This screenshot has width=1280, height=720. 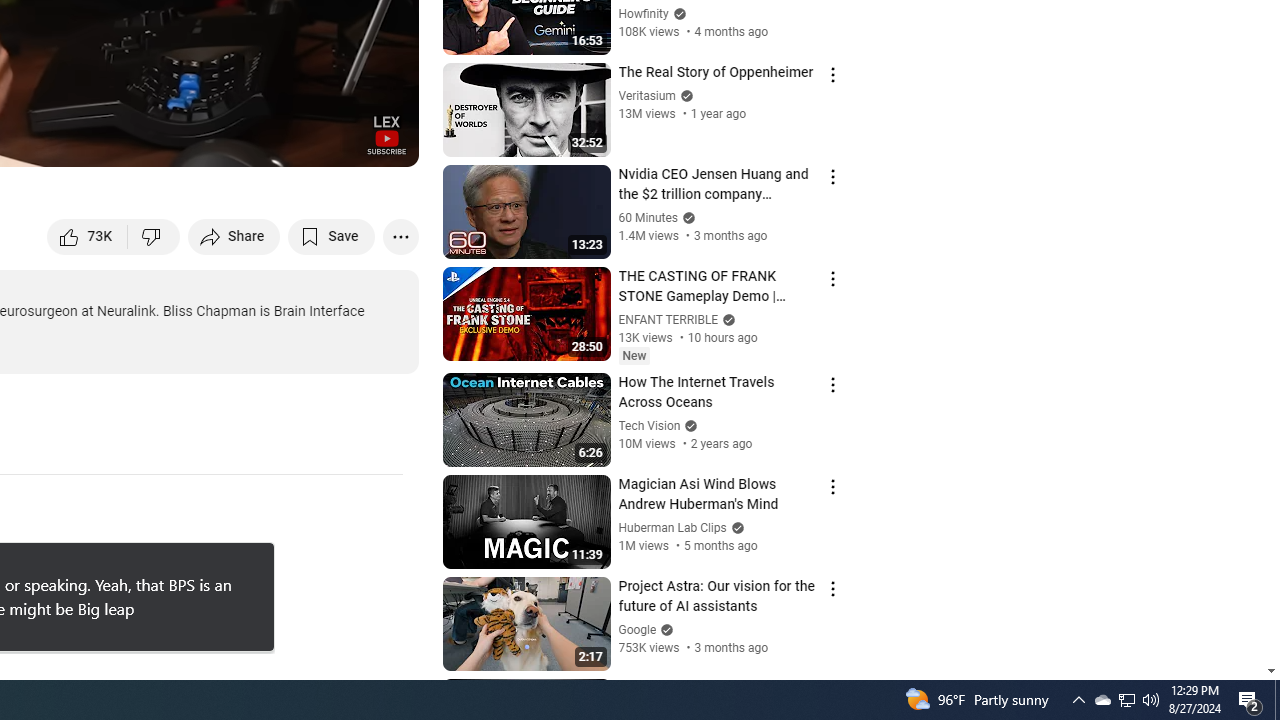 I want to click on 'Dislike this video', so click(x=153, y=235).